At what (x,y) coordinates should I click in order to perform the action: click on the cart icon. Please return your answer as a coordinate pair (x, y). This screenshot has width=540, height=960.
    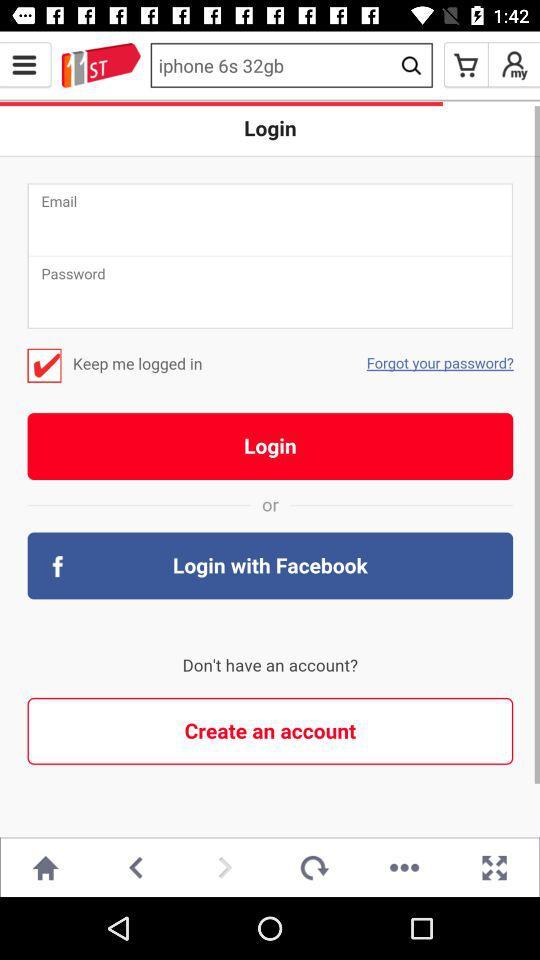
    Looking at the image, I should click on (466, 65).